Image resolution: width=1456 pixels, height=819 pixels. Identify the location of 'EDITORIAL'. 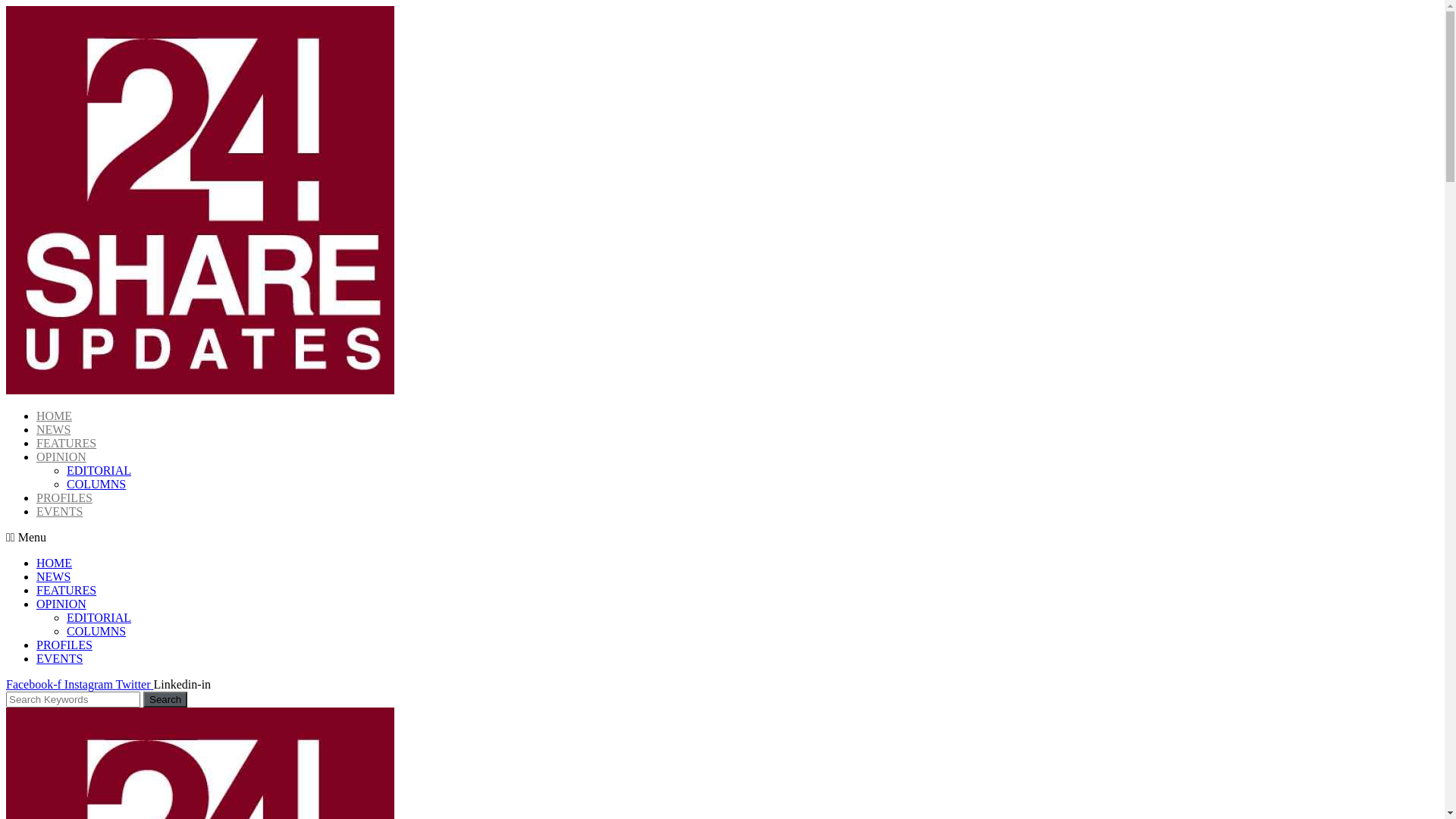
(98, 617).